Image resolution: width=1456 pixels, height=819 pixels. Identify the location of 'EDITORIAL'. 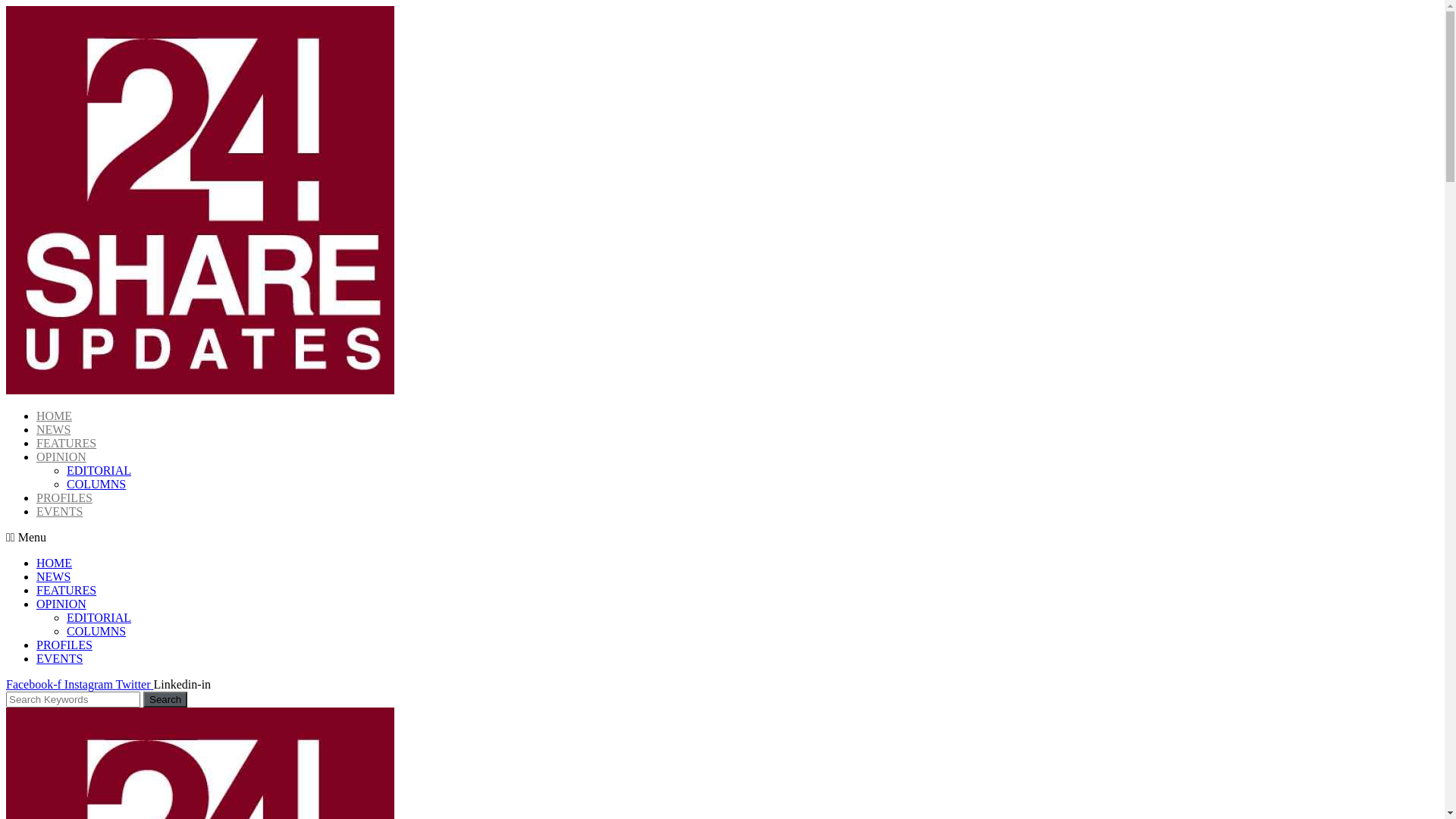
(98, 617).